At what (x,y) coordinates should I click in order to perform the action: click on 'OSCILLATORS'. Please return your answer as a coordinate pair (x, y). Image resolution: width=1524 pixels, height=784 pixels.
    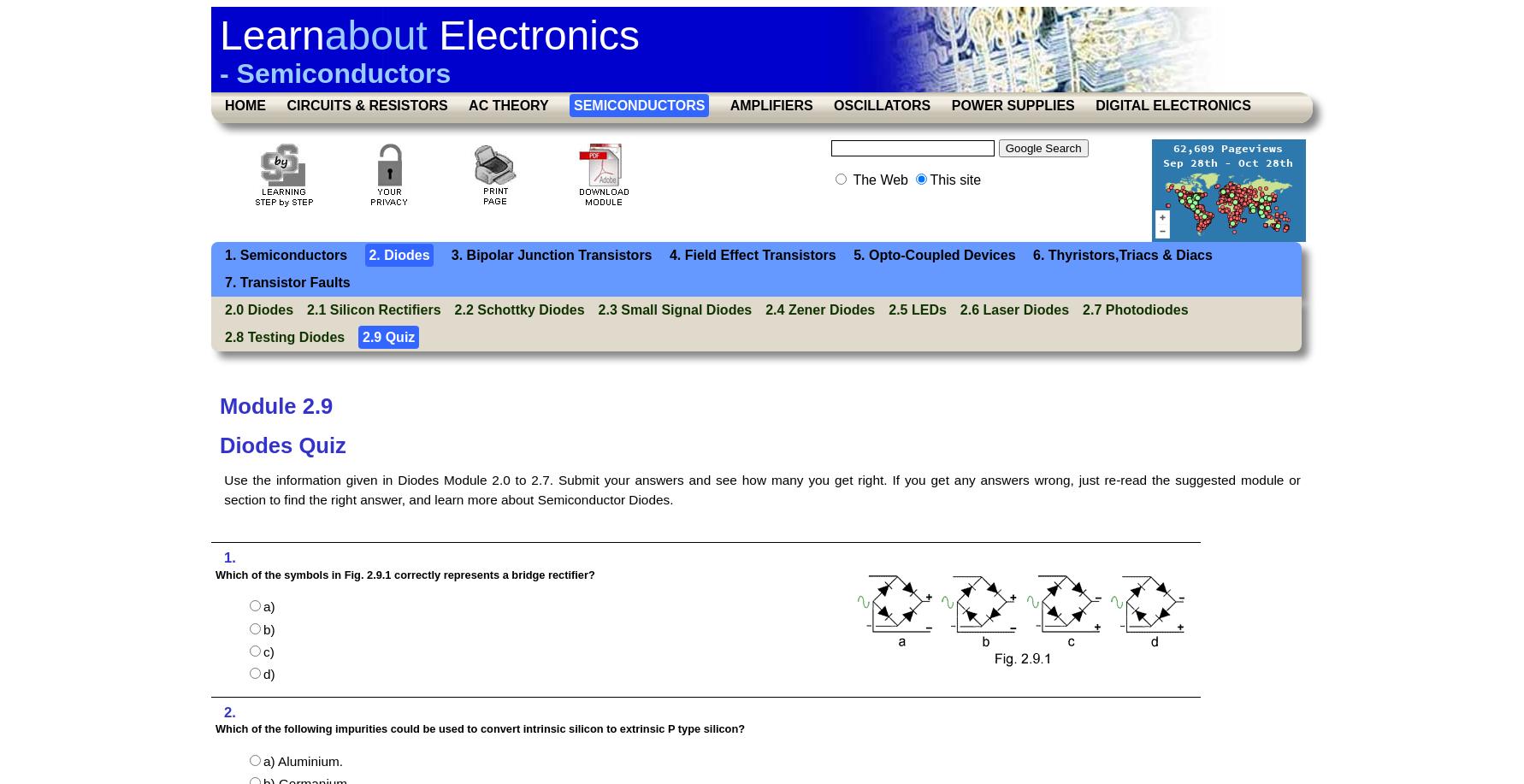
    Looking at the image, I should click on (881, 104).